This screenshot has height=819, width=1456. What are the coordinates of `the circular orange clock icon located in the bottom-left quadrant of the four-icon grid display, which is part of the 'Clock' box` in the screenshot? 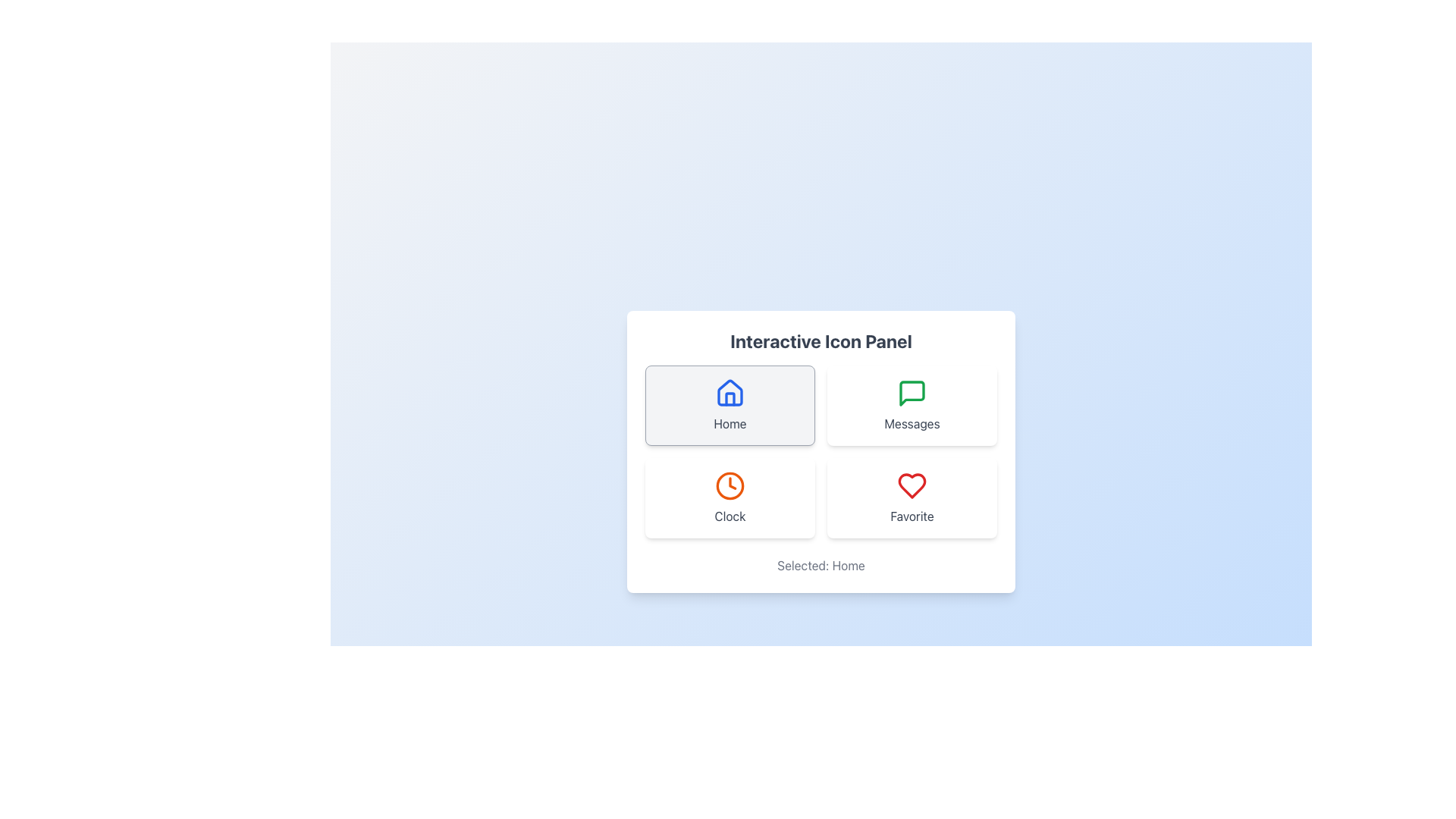 It's located at (730, 485).